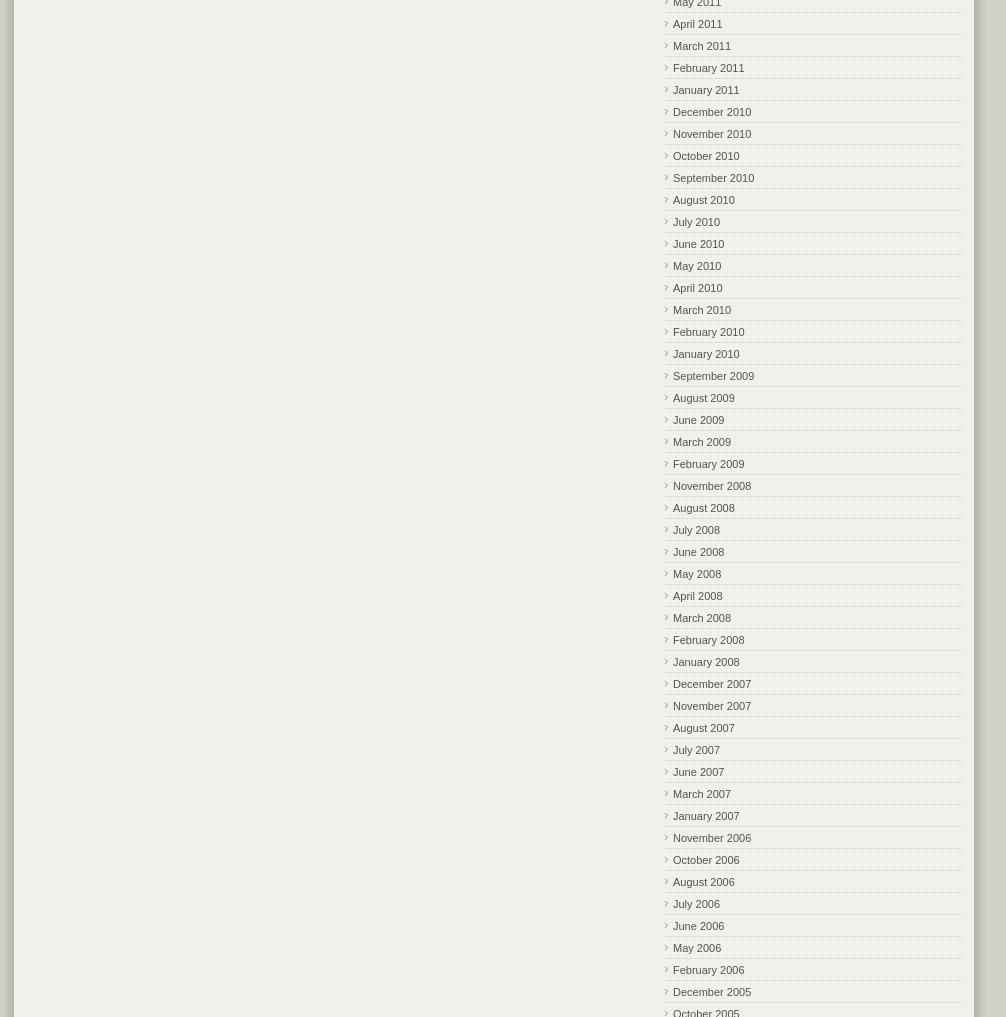 The height and width of the screenshot is (1017, 1006). Describe the element at coordinates (673, 419) in the screenshot. I see `'June 2009'` at that location.